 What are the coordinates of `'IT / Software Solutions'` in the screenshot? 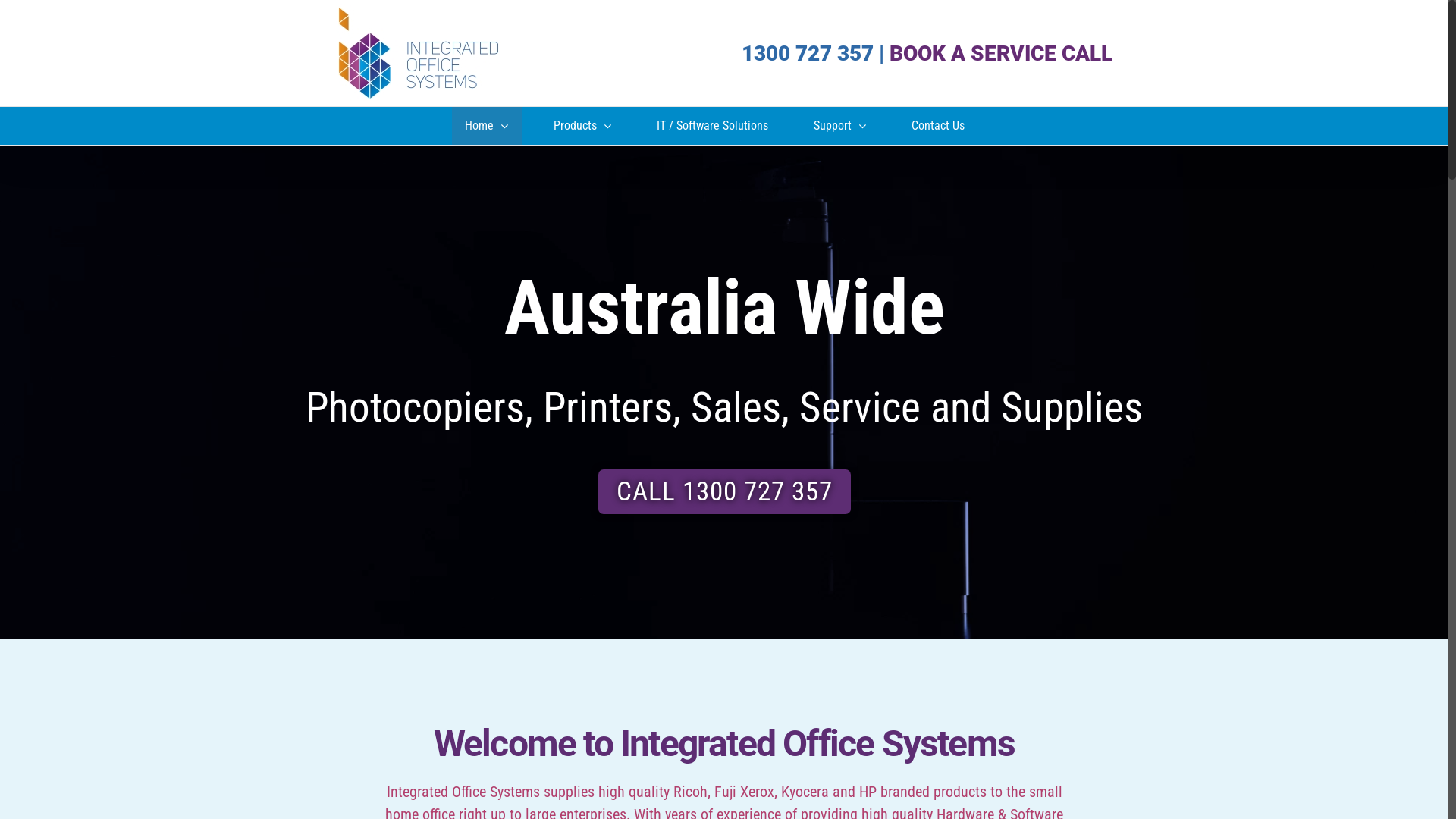 It's located at (643, 124).